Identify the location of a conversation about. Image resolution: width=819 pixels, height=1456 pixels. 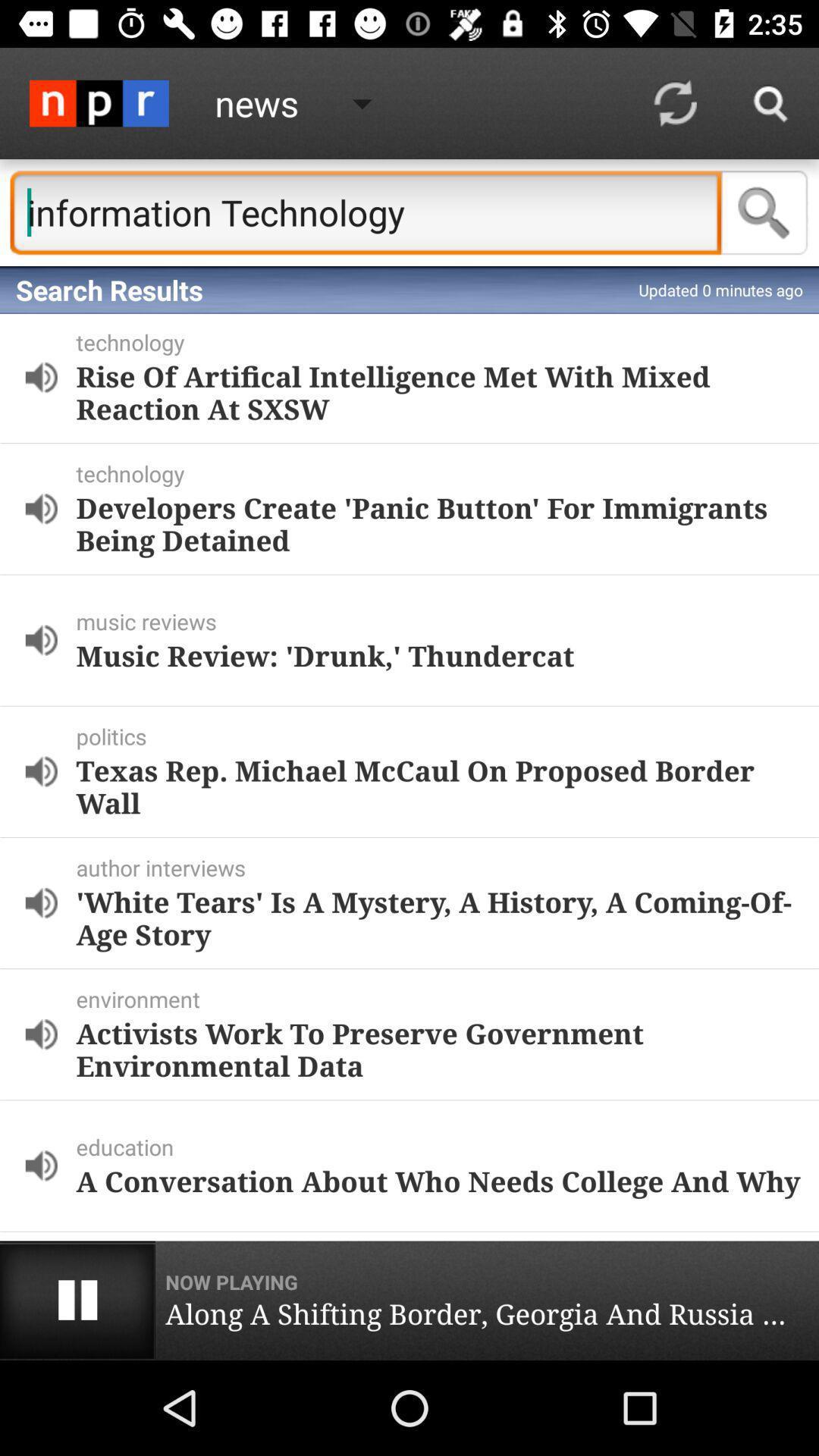
(438, 1180).